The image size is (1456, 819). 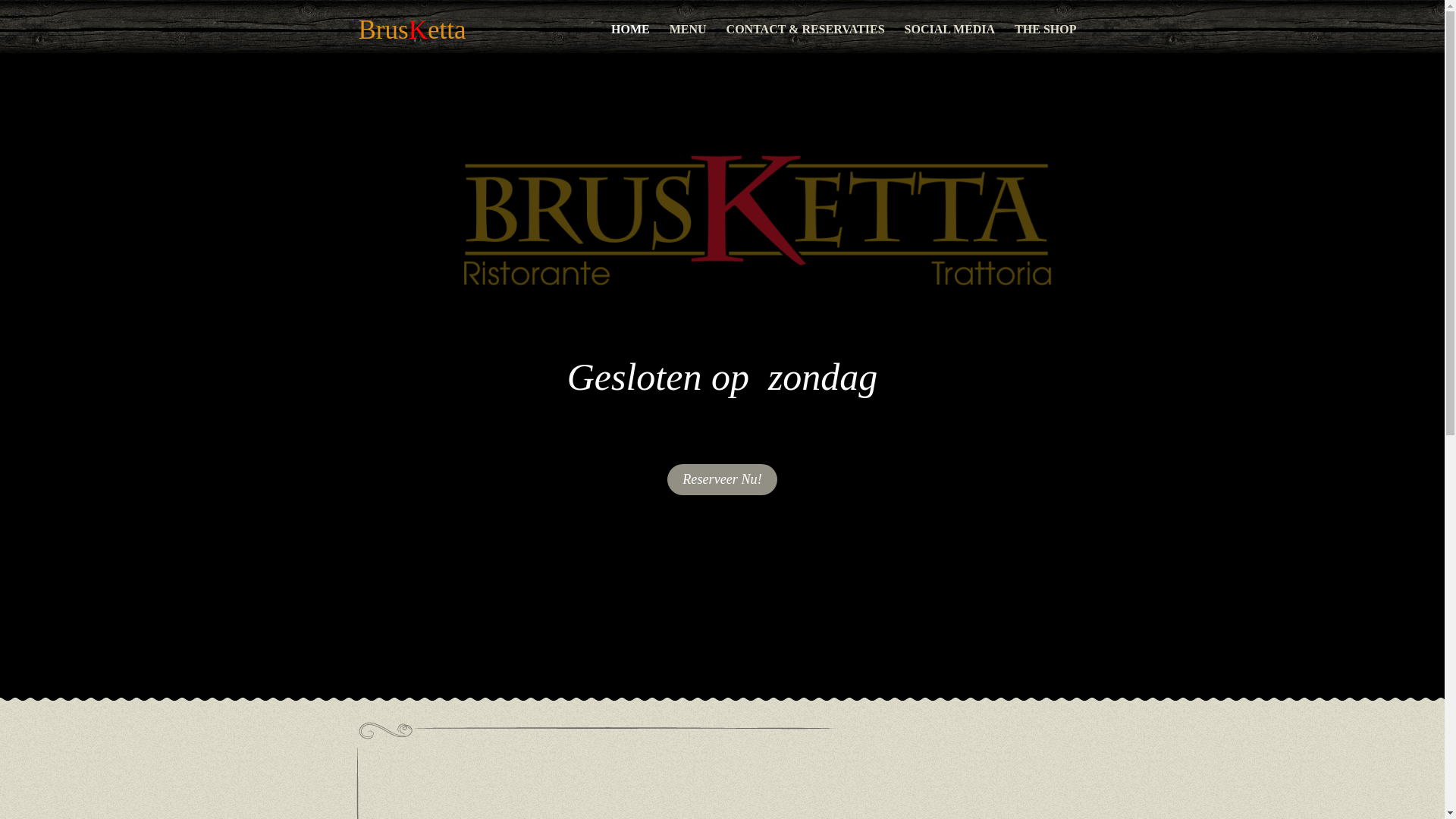 What do you see at coordinates (1004, 30) in the screenshot?
I see `'THE SHOP'` at bounding box center [1004, 30].